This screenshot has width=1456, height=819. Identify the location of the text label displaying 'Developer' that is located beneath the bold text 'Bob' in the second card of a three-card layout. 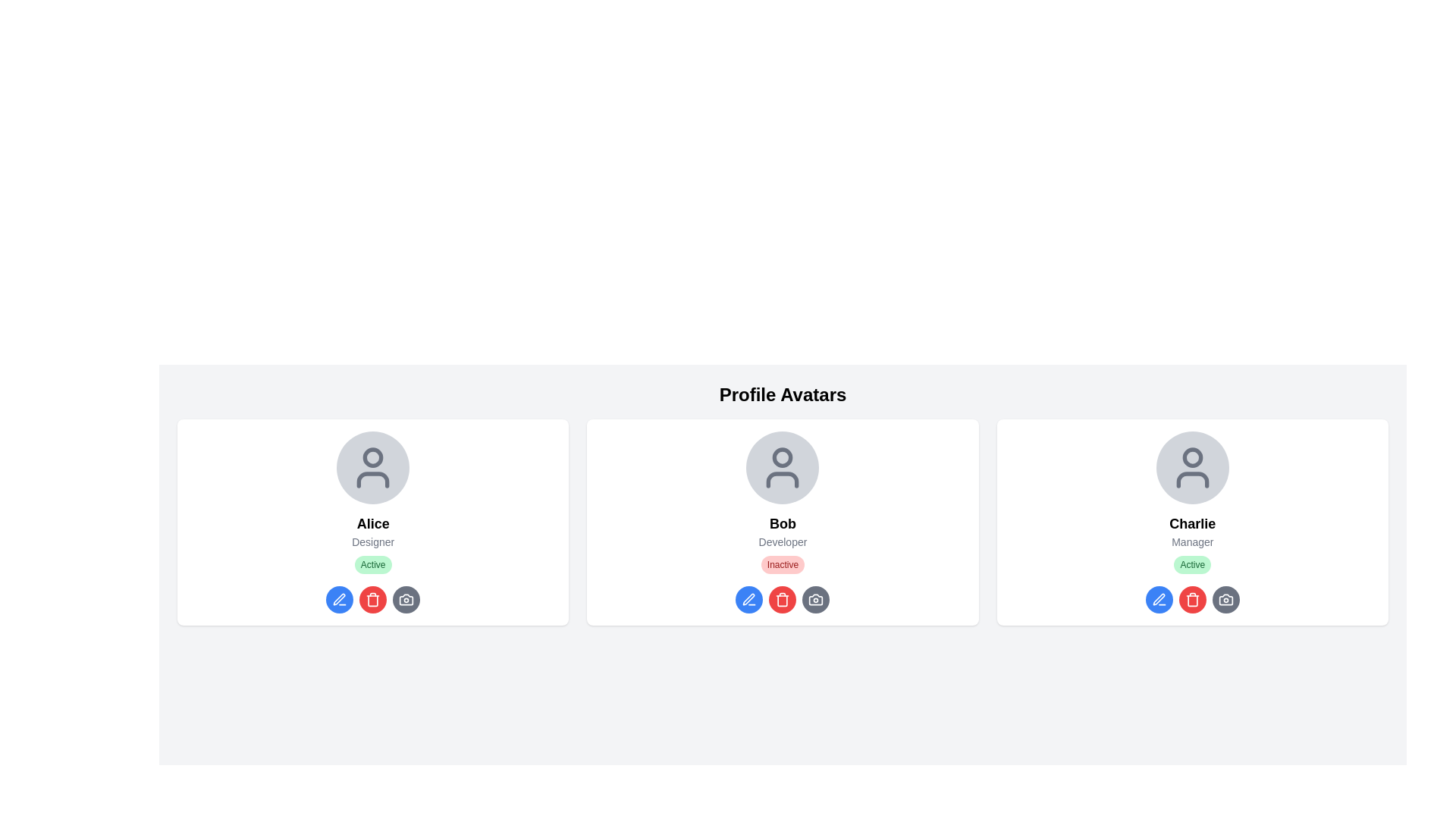
(783, 541).